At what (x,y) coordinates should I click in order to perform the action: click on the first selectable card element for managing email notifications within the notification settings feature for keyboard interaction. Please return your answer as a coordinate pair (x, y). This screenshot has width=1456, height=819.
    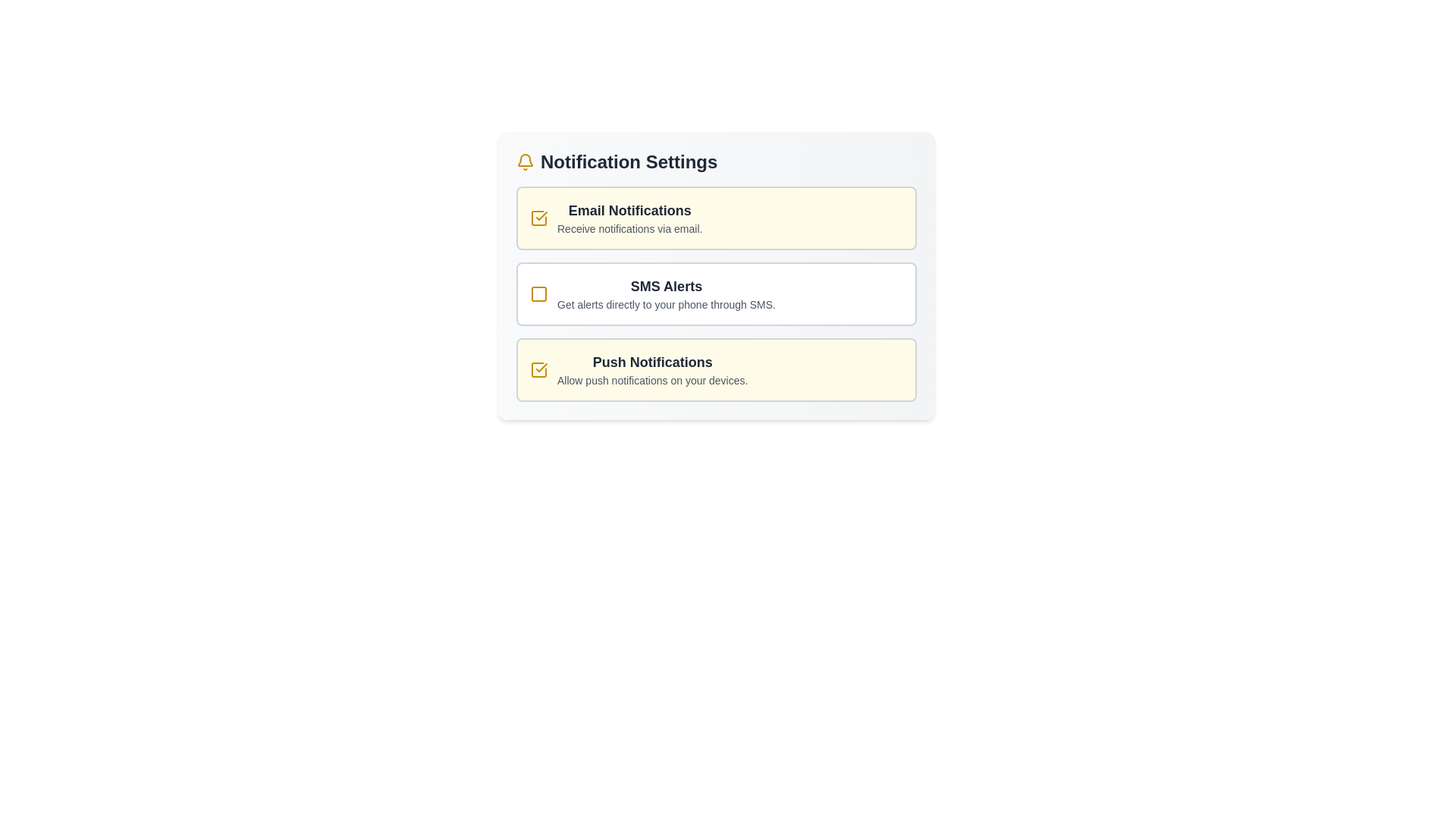
    Looking at the image, I should click on (716, 218).